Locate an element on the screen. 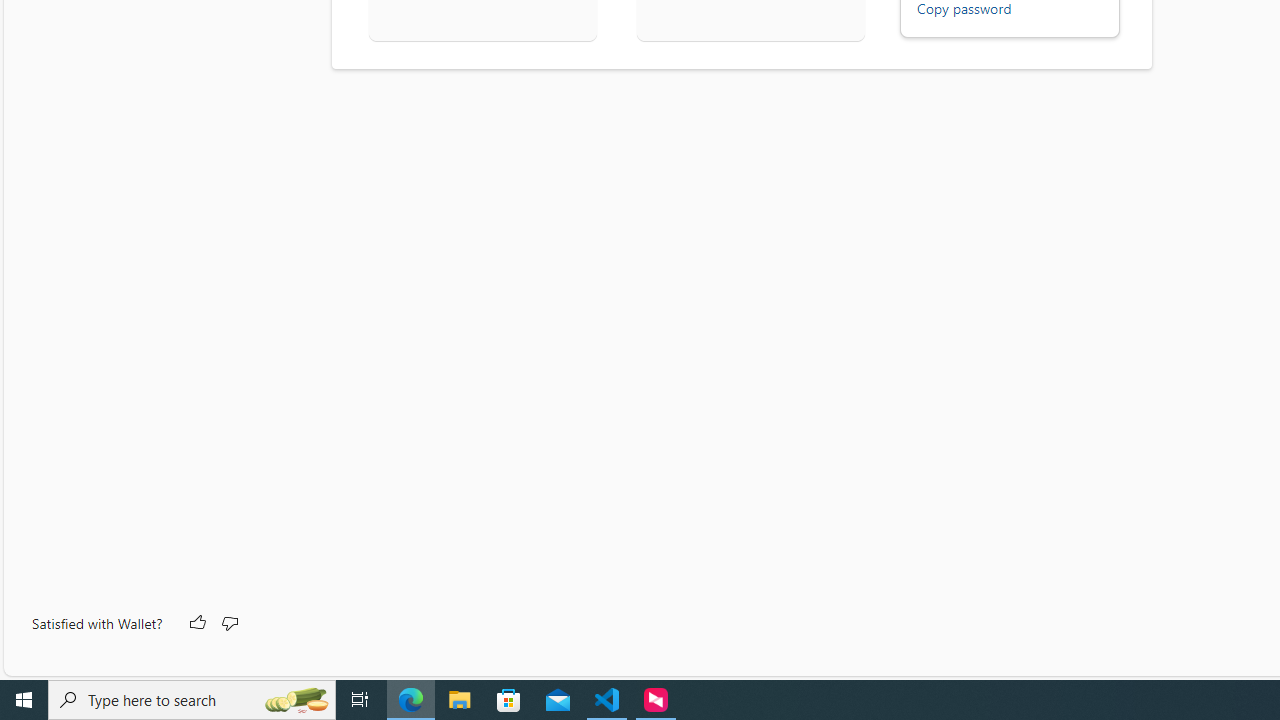  'Like' is located at coordinates (197, 622).